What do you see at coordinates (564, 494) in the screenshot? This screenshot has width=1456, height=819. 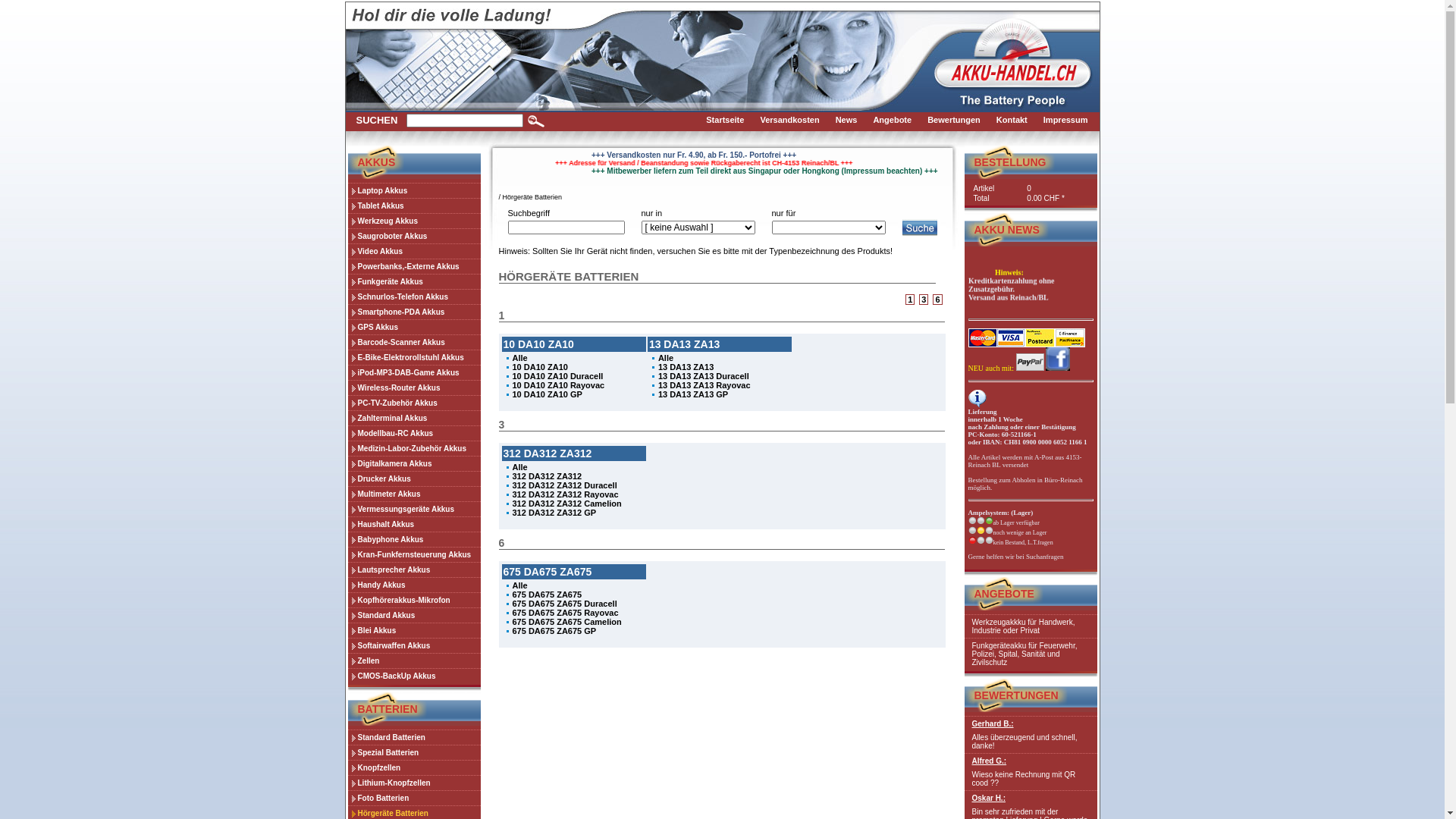 I see `'312 DA312 ZA312 Rayovac'` at bounding box center [564, 494].